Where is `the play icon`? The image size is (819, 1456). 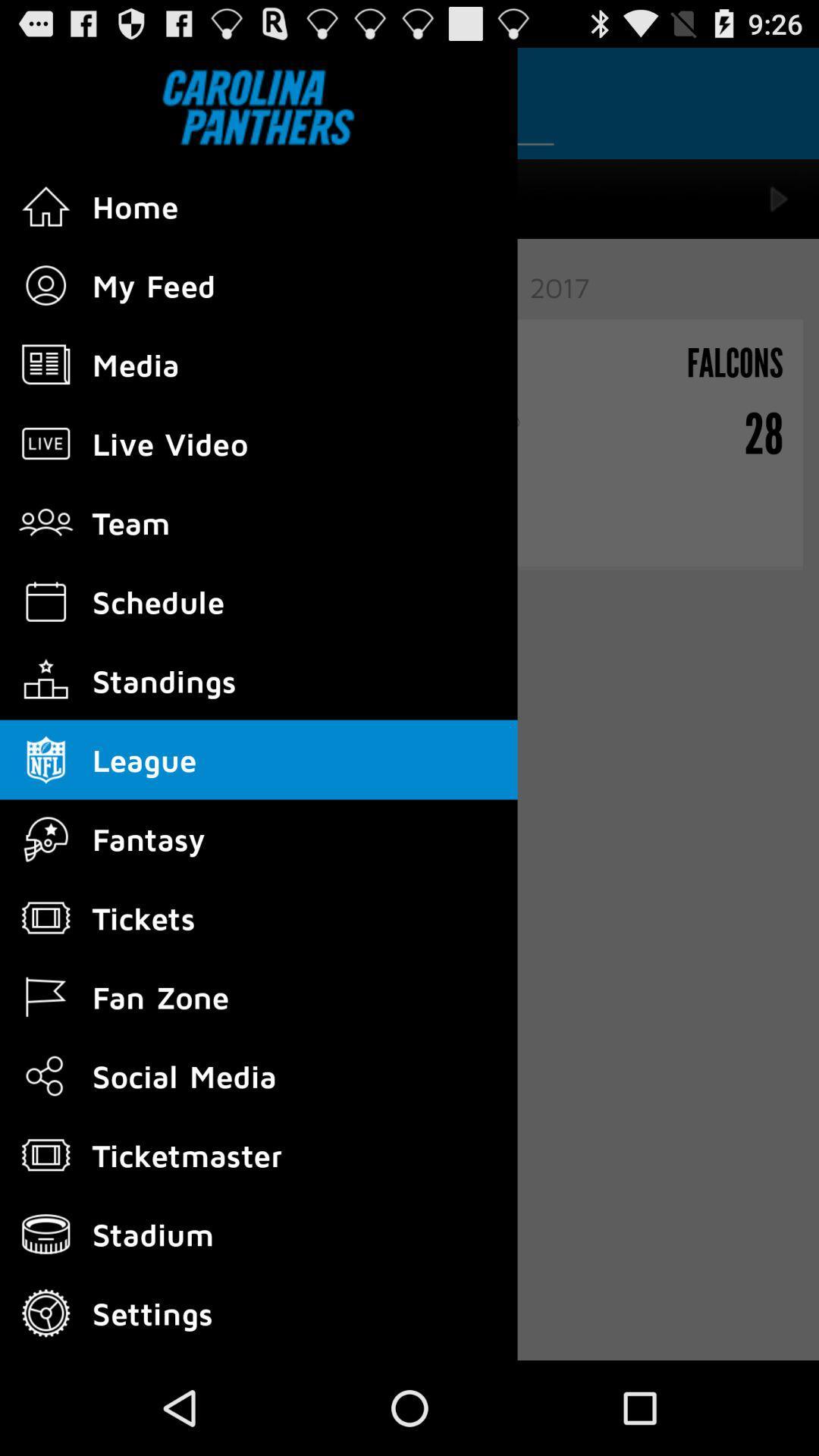 the play icon is located at coordinates (779, 212).